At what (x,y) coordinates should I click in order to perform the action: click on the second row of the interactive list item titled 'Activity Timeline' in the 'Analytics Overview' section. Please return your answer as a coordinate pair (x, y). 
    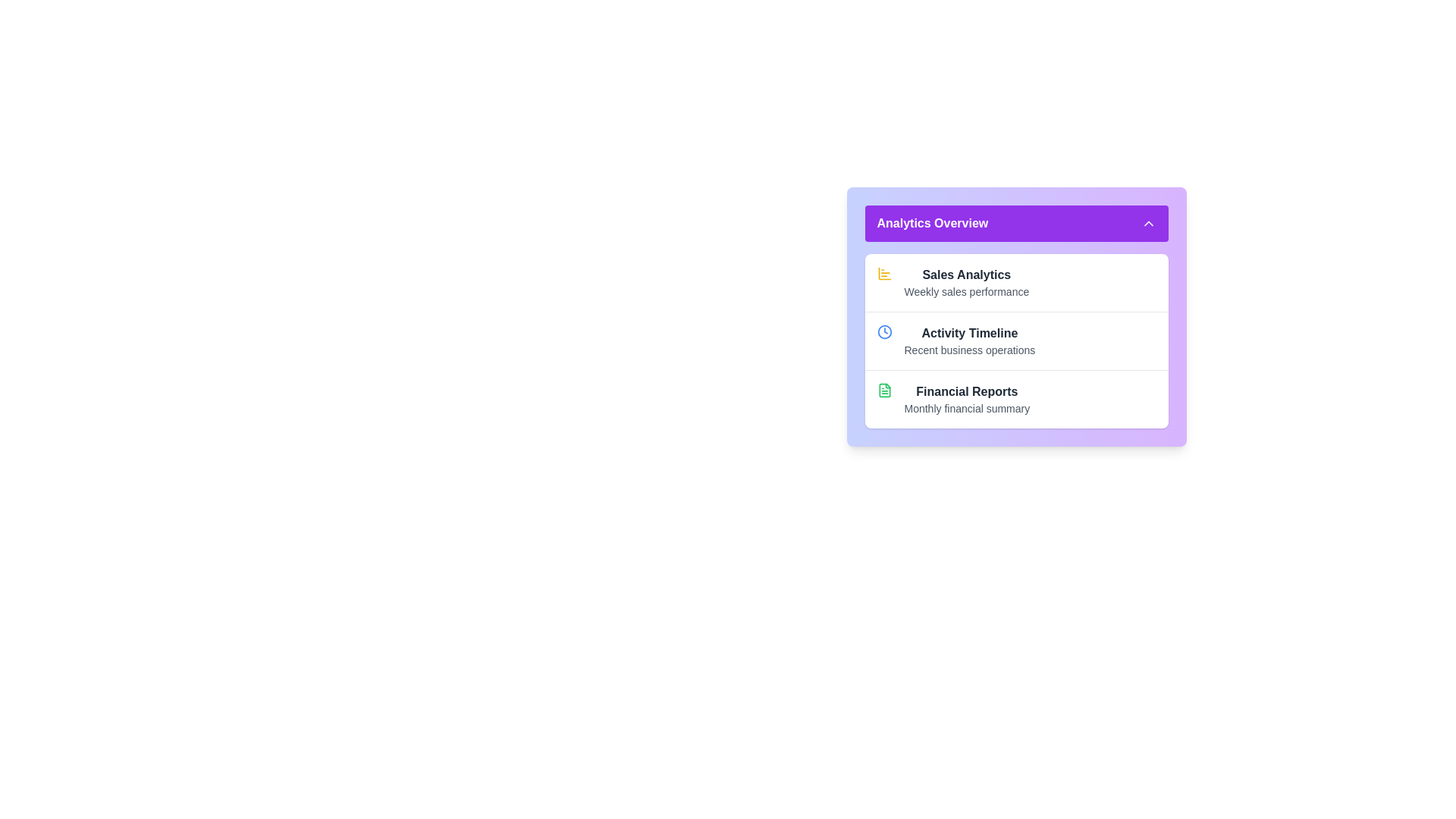
    Looking at the image, I should click on (1016, 315).